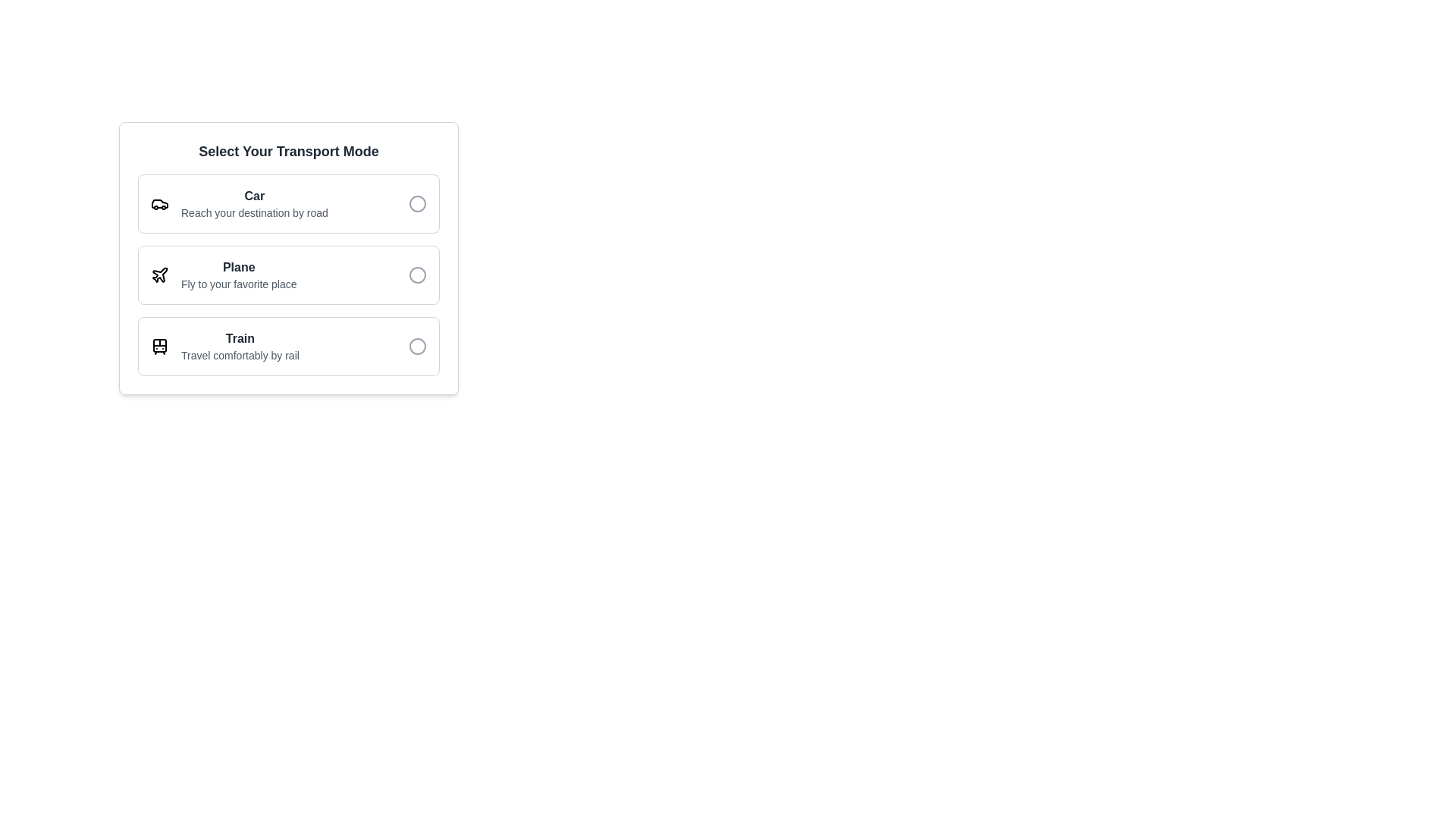 The image size is (1456, 819). Describe the element at coordinates (254, 195) in the screenshot. I see `the bold text label 'Car' which is part of the transportation options panel, positioned above the smaller text 'Reach your destination by road'` at that location.